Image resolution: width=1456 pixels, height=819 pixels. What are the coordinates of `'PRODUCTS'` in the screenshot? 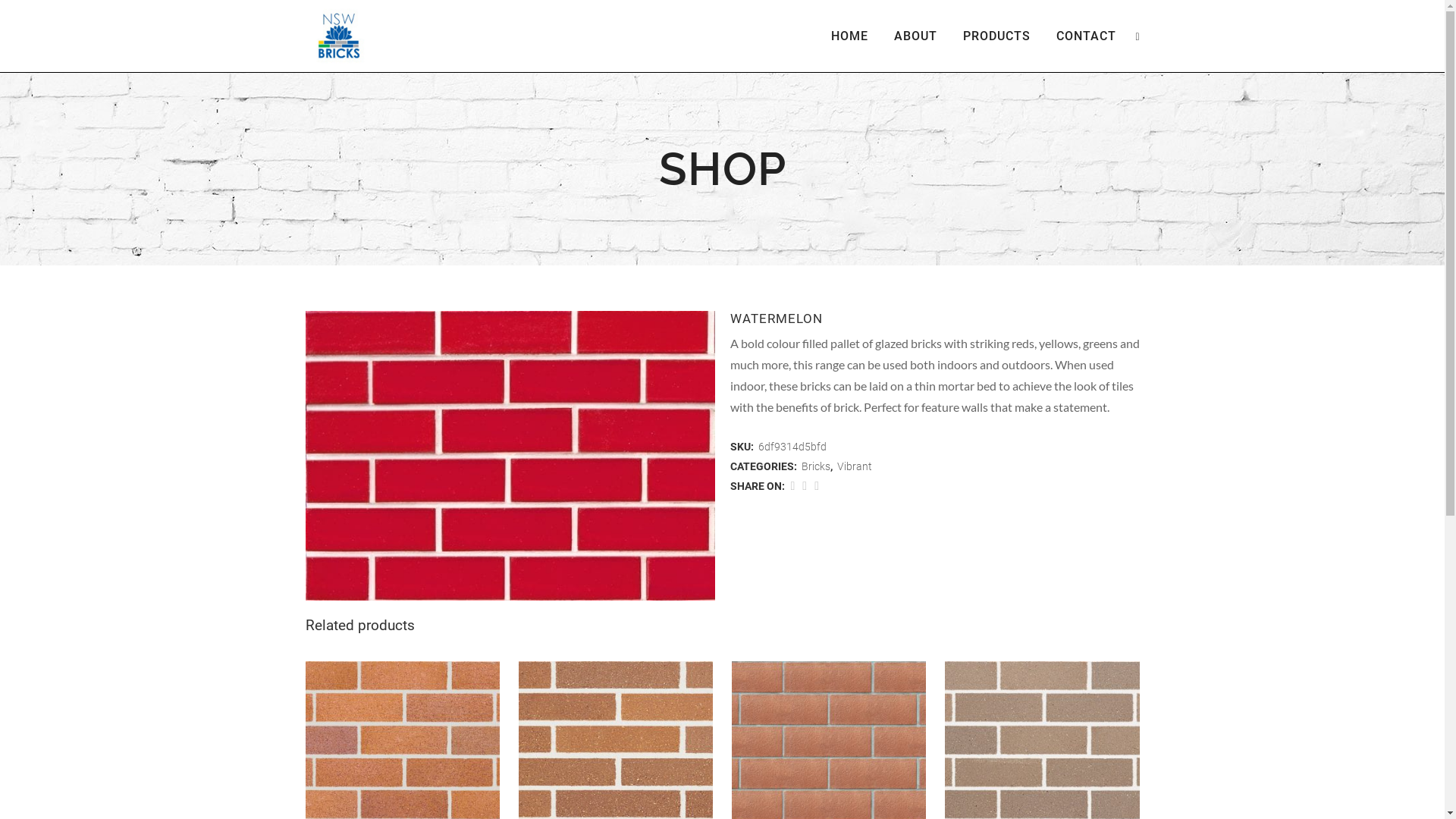 It's located at (996, 35).